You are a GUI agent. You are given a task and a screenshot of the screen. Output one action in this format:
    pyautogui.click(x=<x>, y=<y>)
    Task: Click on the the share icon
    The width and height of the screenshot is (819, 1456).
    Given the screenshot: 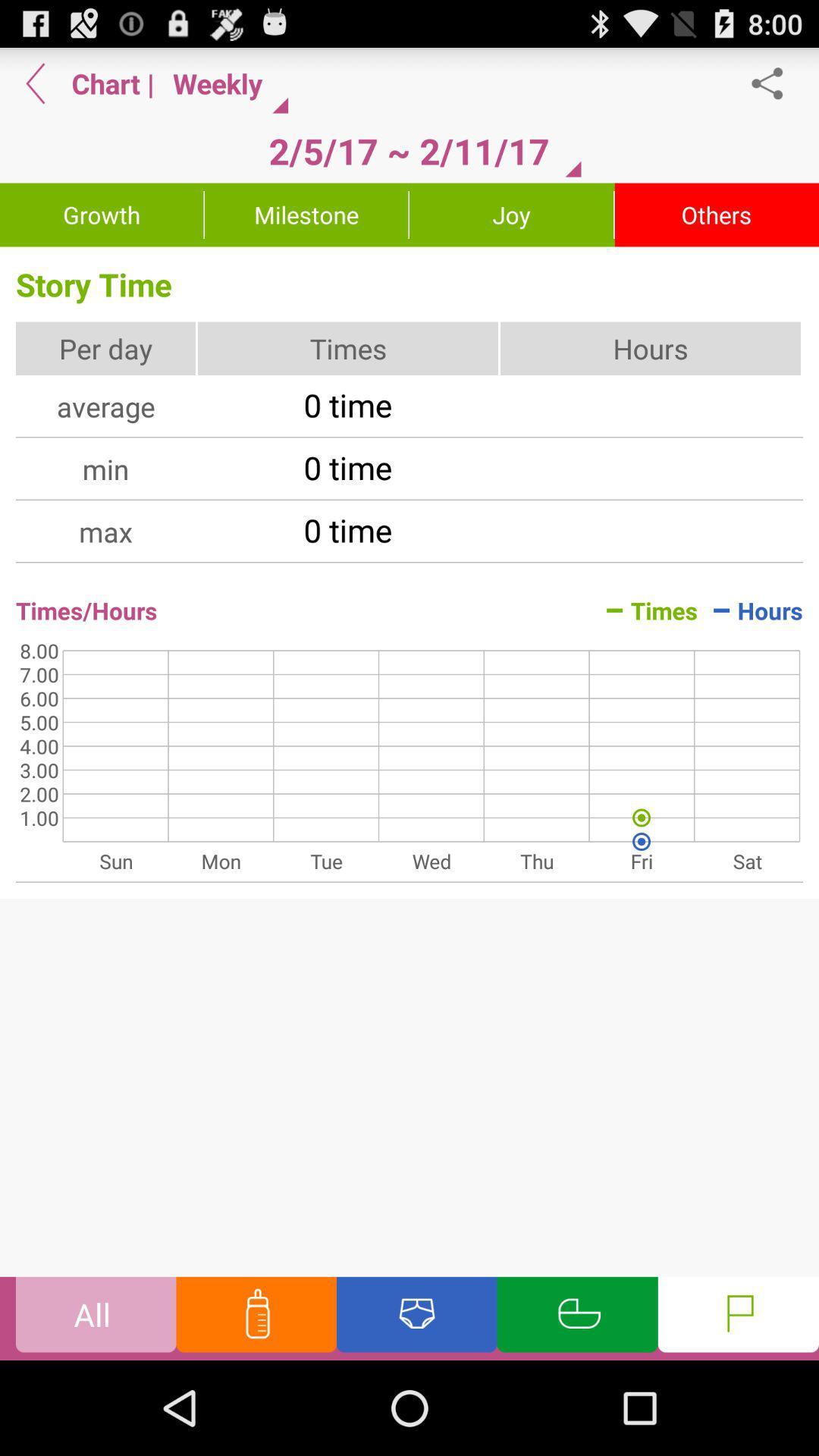 What is the action you would take?
    pyautogui.click(x=775, y=89)
    